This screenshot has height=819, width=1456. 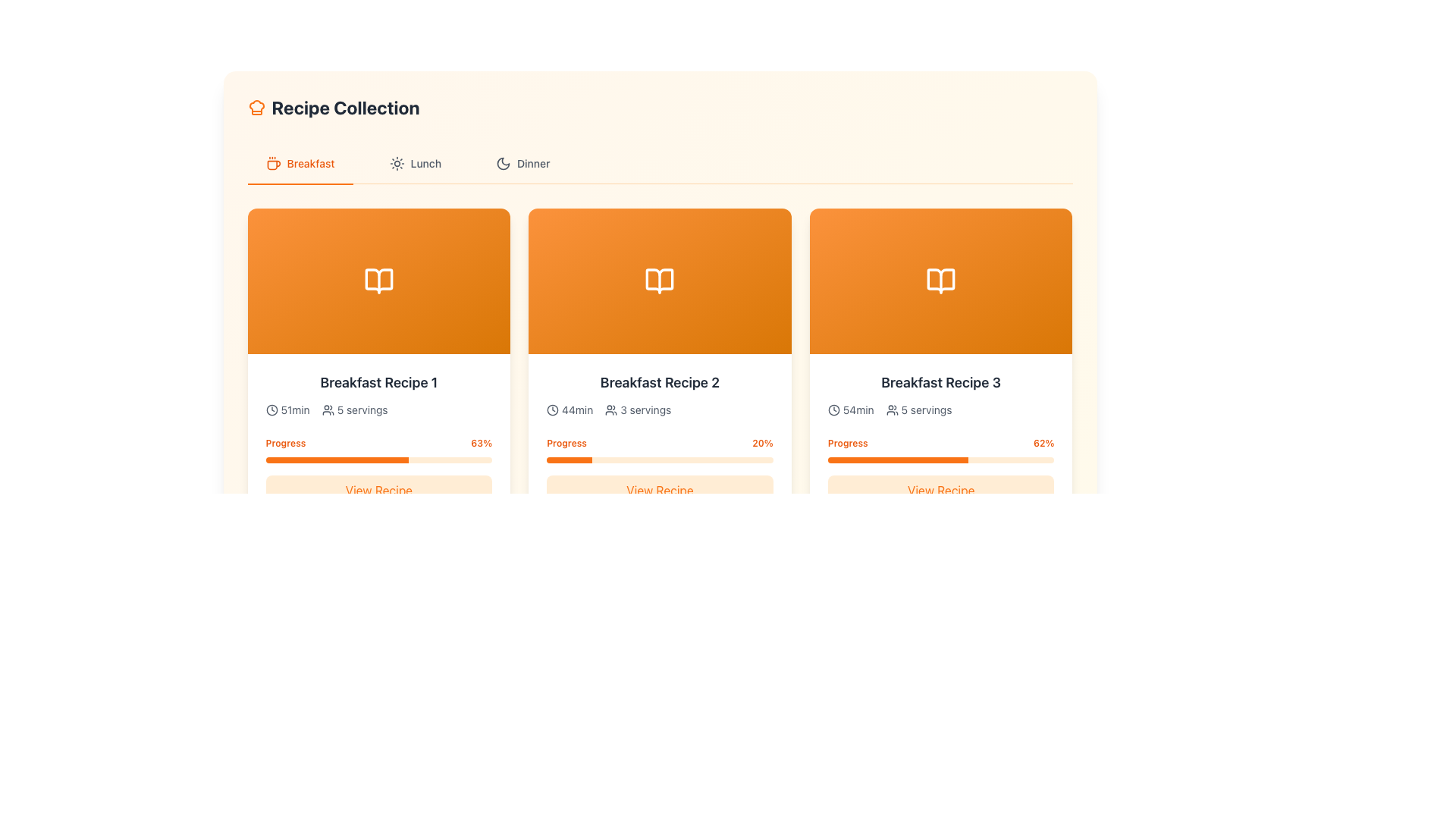 I want to click on the 'Progress' text label, which is styled in a small orange font and located above the progress bar in the 'Breakfast Recipe 2' section, so click(x=566, y=441).